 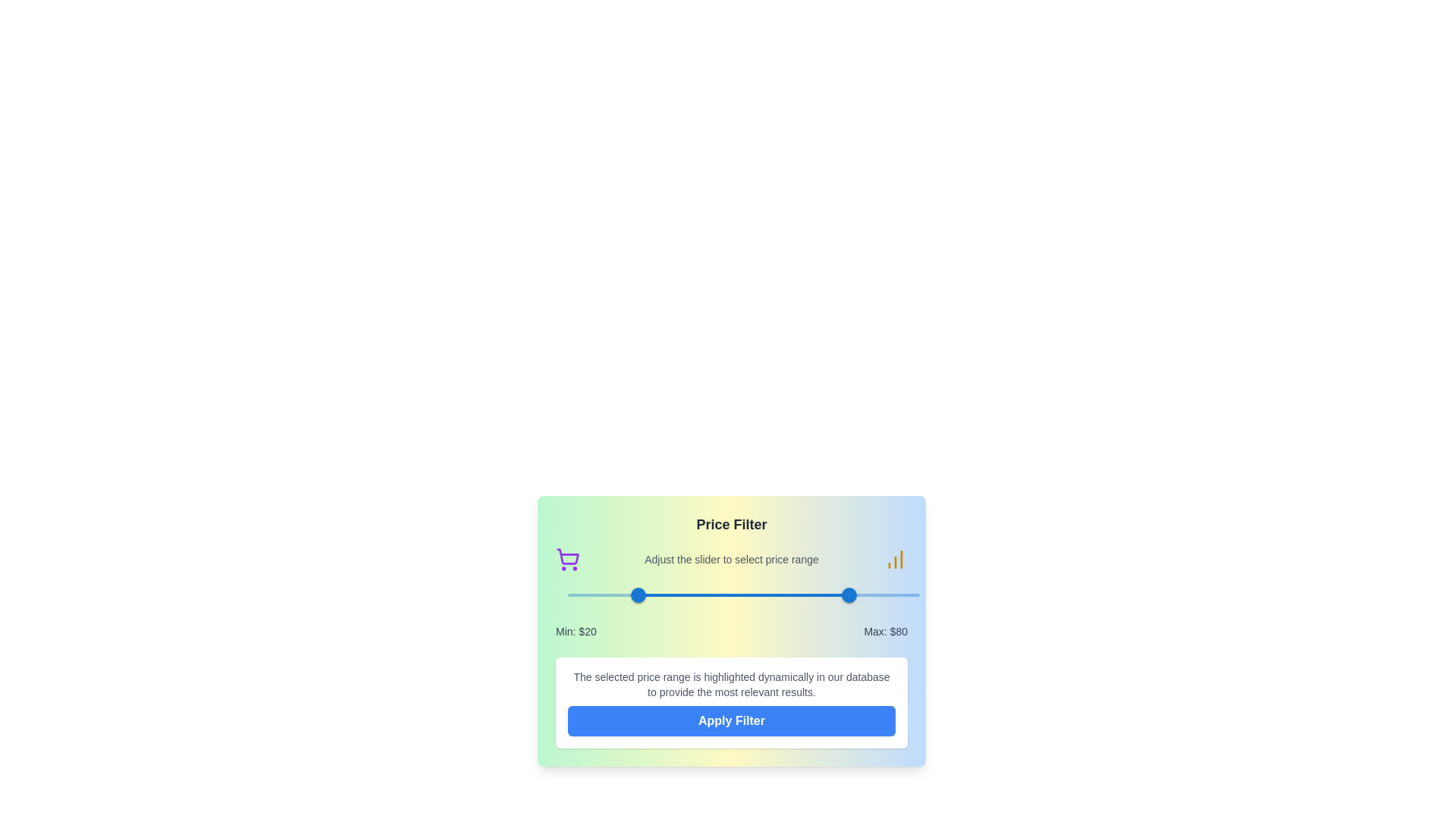 I want to click on and drag the blue circular slider thumb, which is the second thumb on the horizontal slider, to adjust the value associated with '80', so click(x=849, y=595).